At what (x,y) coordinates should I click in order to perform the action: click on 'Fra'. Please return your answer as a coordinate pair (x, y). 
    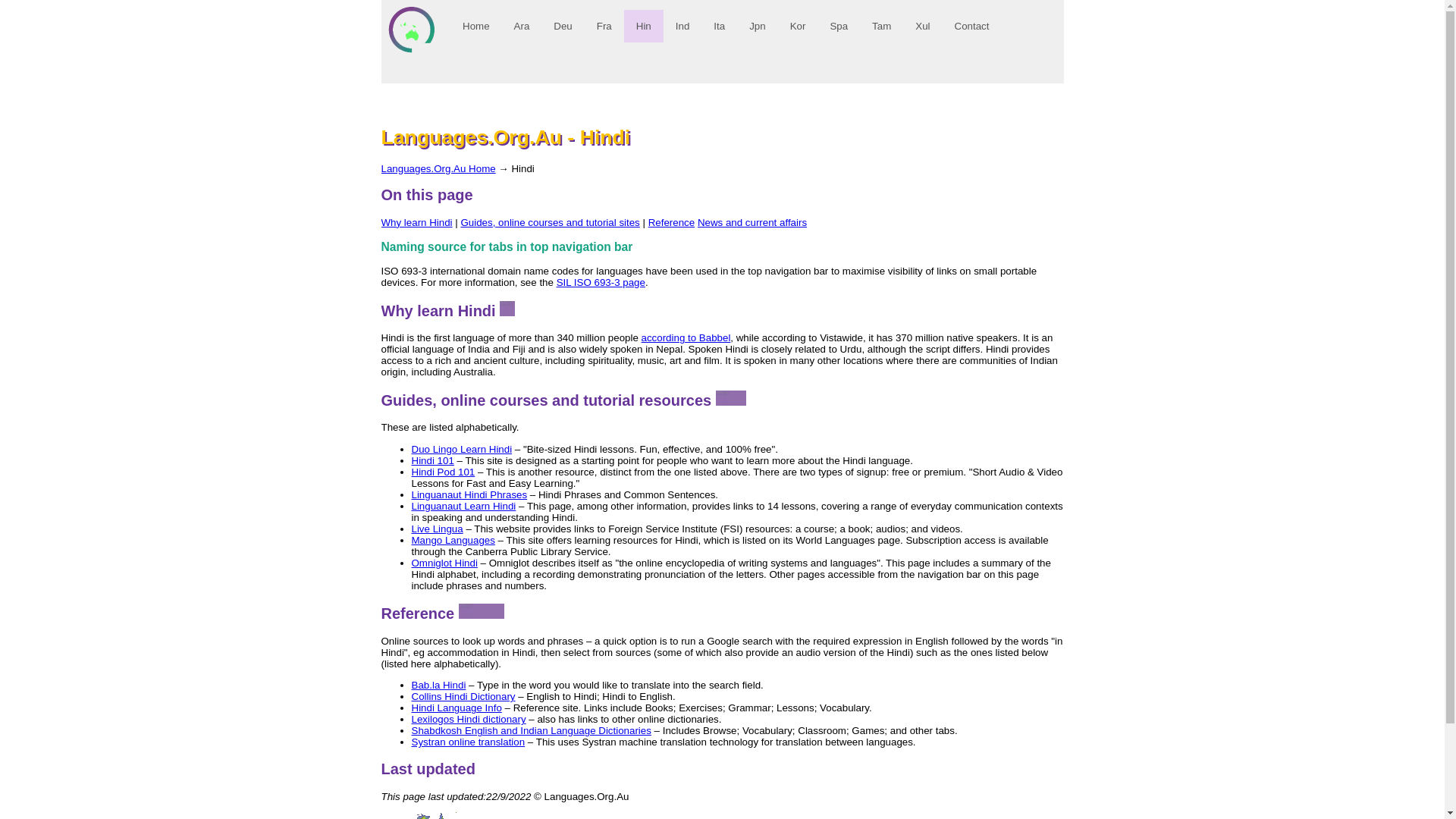
    Looking at the image, I should click on (603, 26).